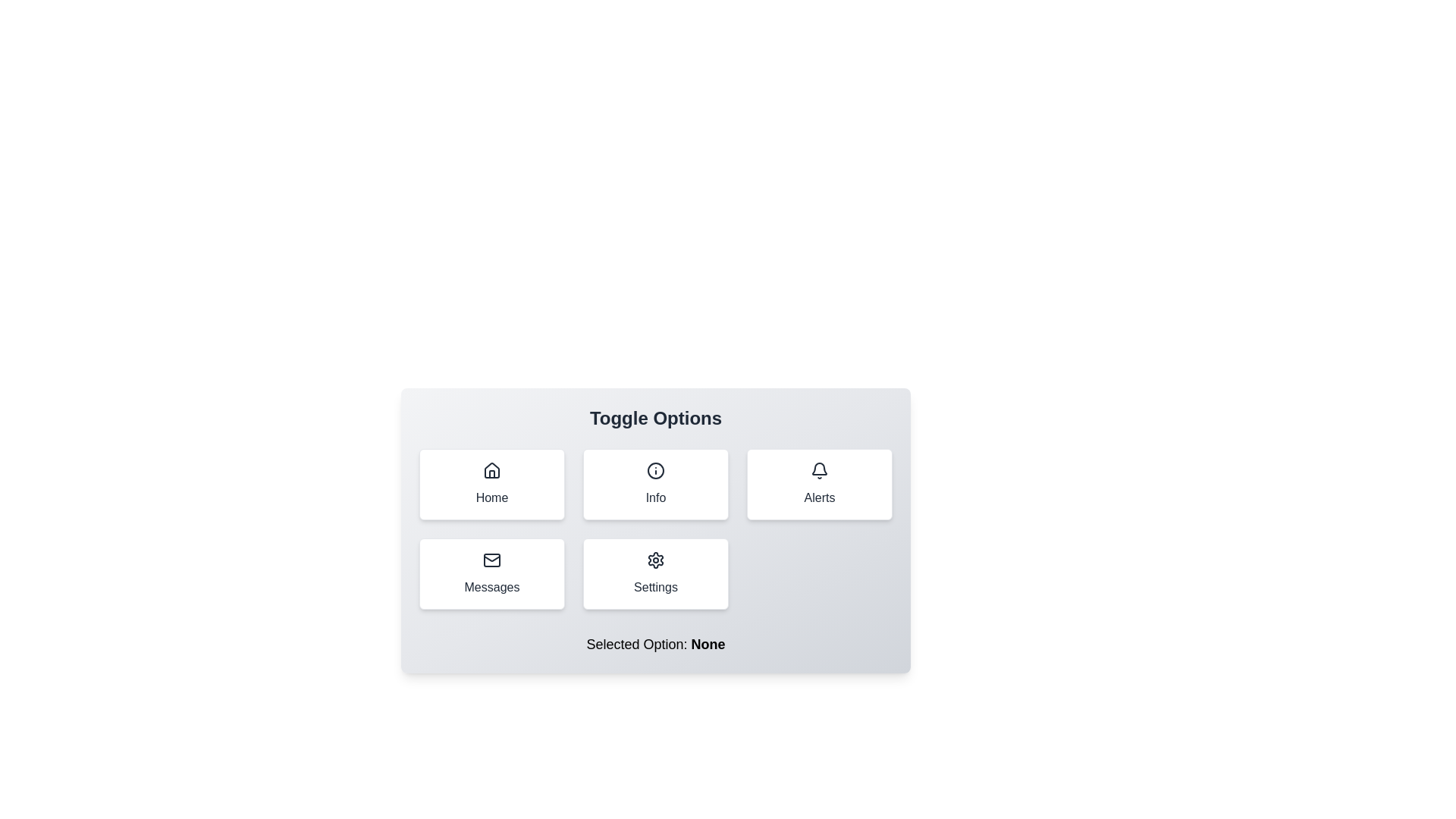 Image resolution: width=1456 pixels, height=819 pixels. Describe the element at coordinates (655, 497) in the screenshot. I see `the button labeled 'Info' which displays the text 'Info' in a bold, dark font and is part of a grid of options titled 'Toggle Options'` at that location.